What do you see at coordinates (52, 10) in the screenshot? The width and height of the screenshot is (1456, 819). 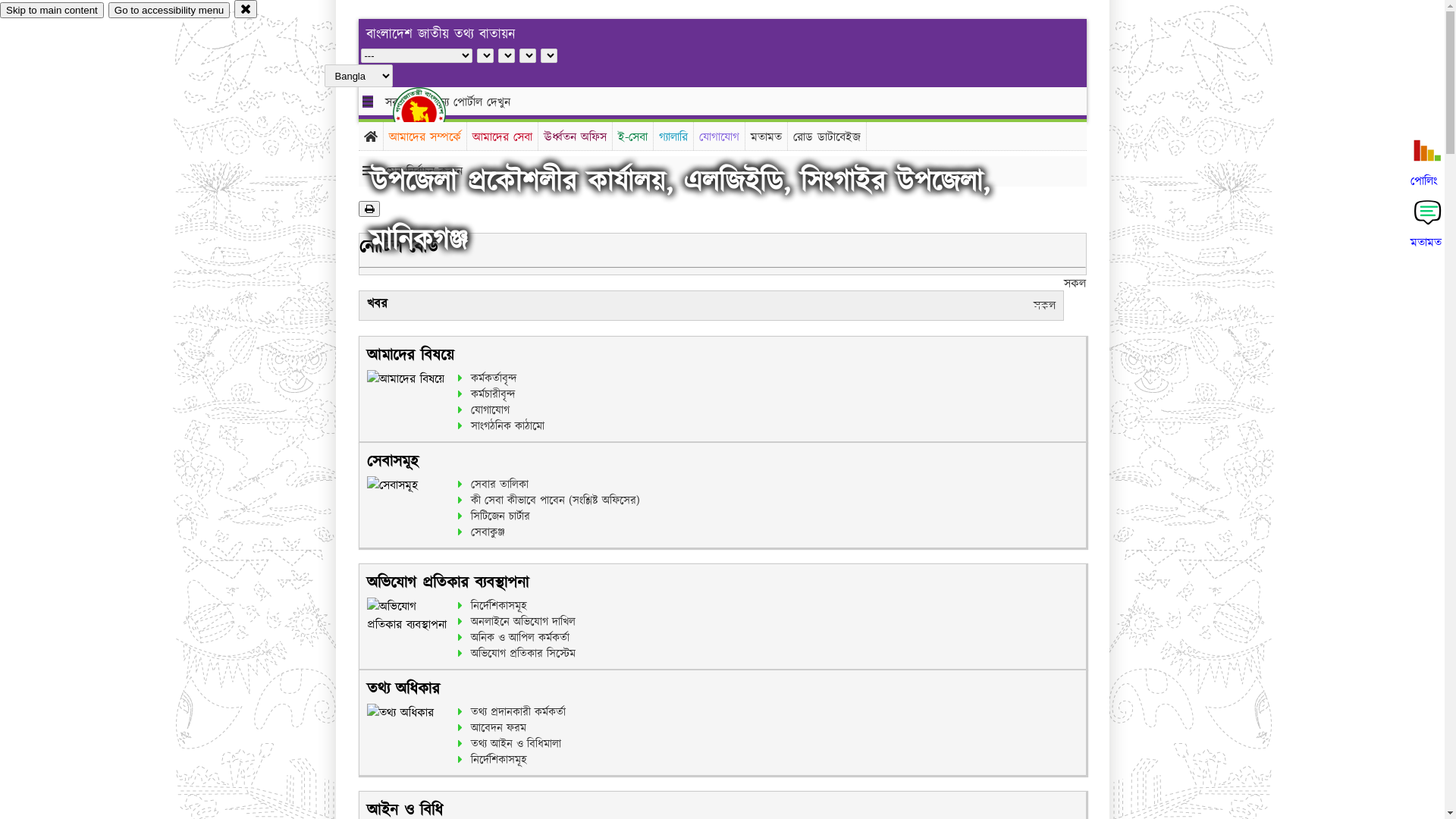 I see `'Skip to main content'` at bounding box center [52, 10].